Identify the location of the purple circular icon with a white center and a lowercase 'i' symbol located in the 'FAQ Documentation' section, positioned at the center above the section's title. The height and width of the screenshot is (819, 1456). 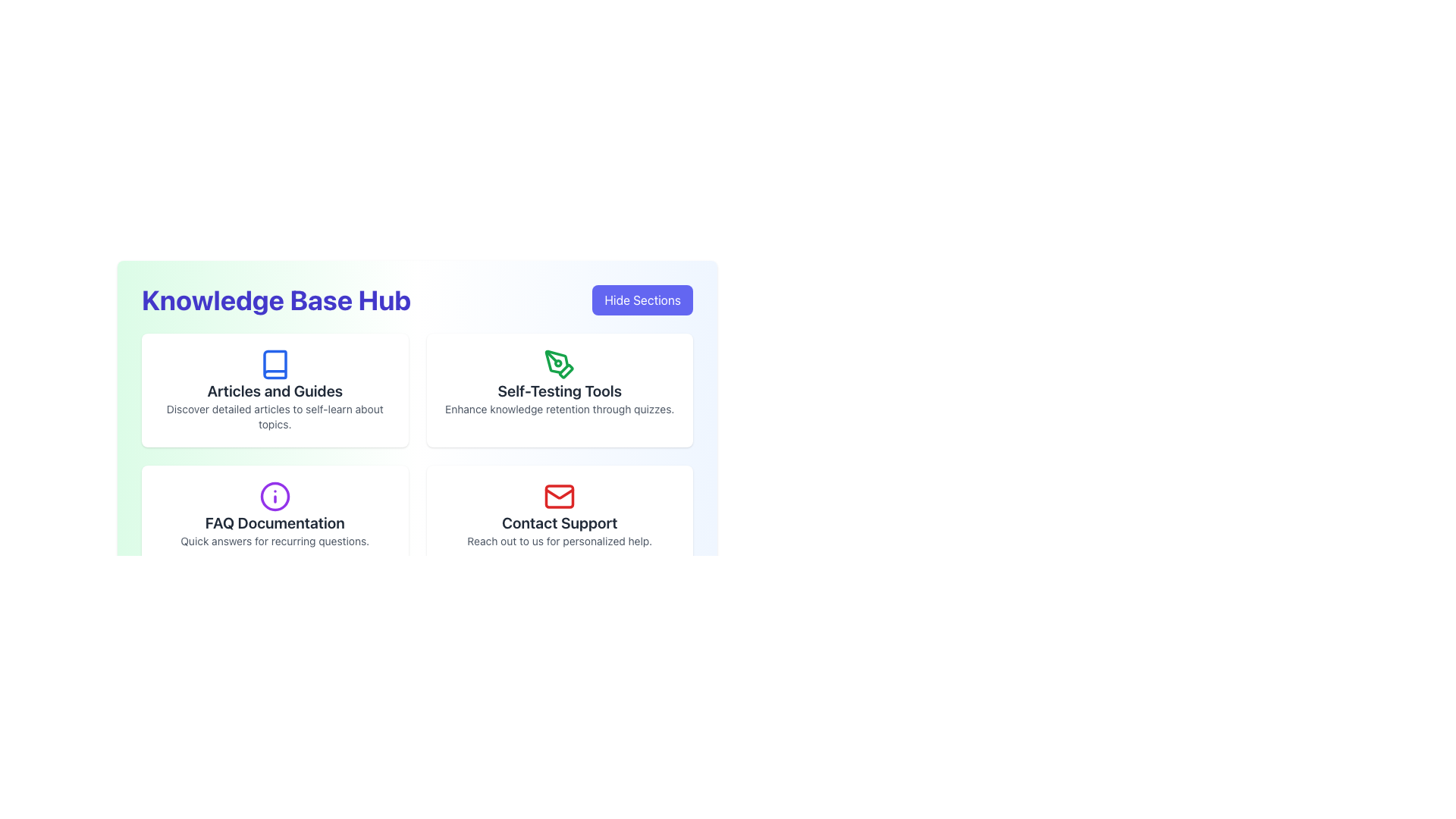
(275, 497).